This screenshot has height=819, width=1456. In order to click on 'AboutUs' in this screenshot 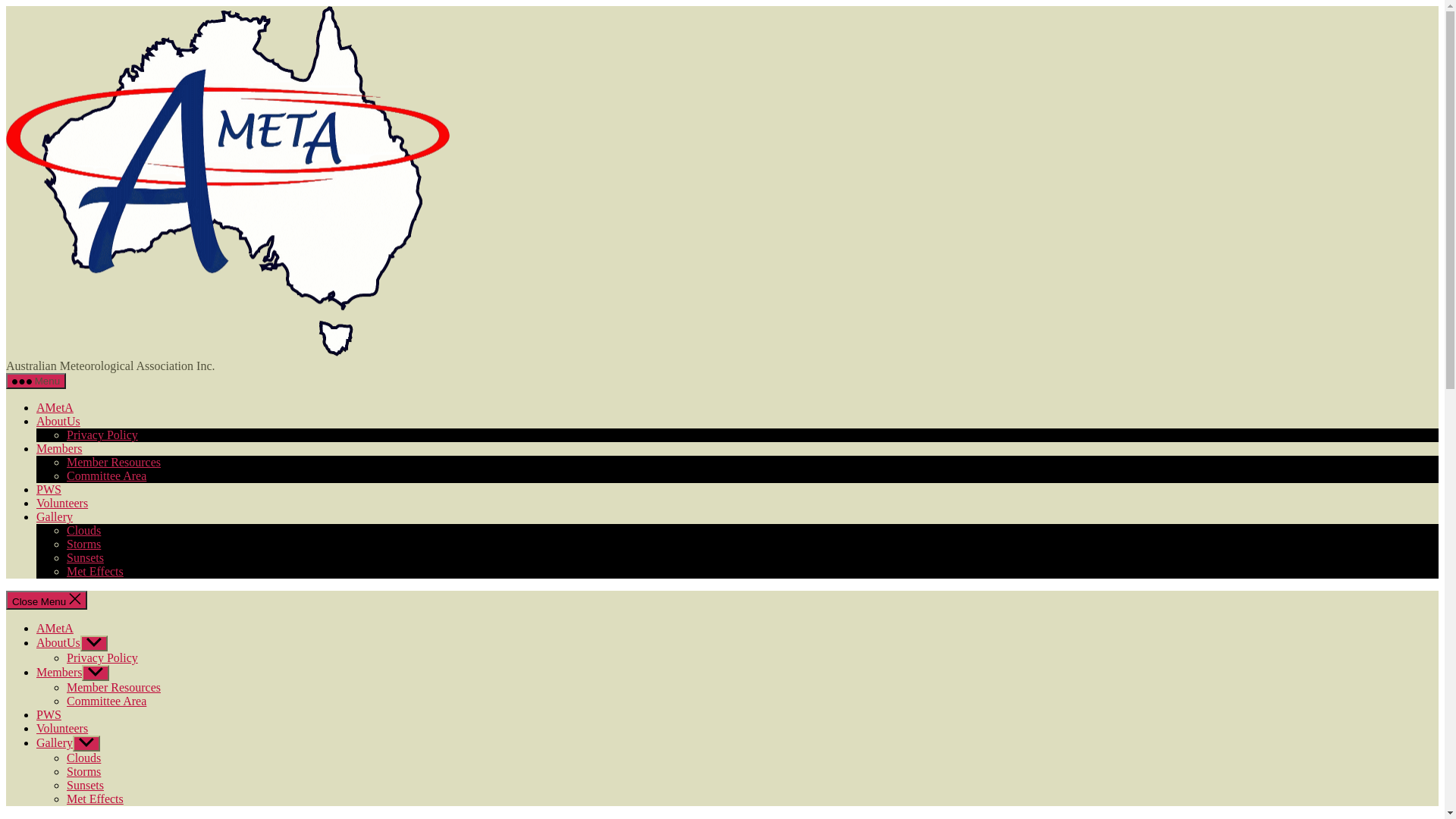, I will do `click(58, 421)`.